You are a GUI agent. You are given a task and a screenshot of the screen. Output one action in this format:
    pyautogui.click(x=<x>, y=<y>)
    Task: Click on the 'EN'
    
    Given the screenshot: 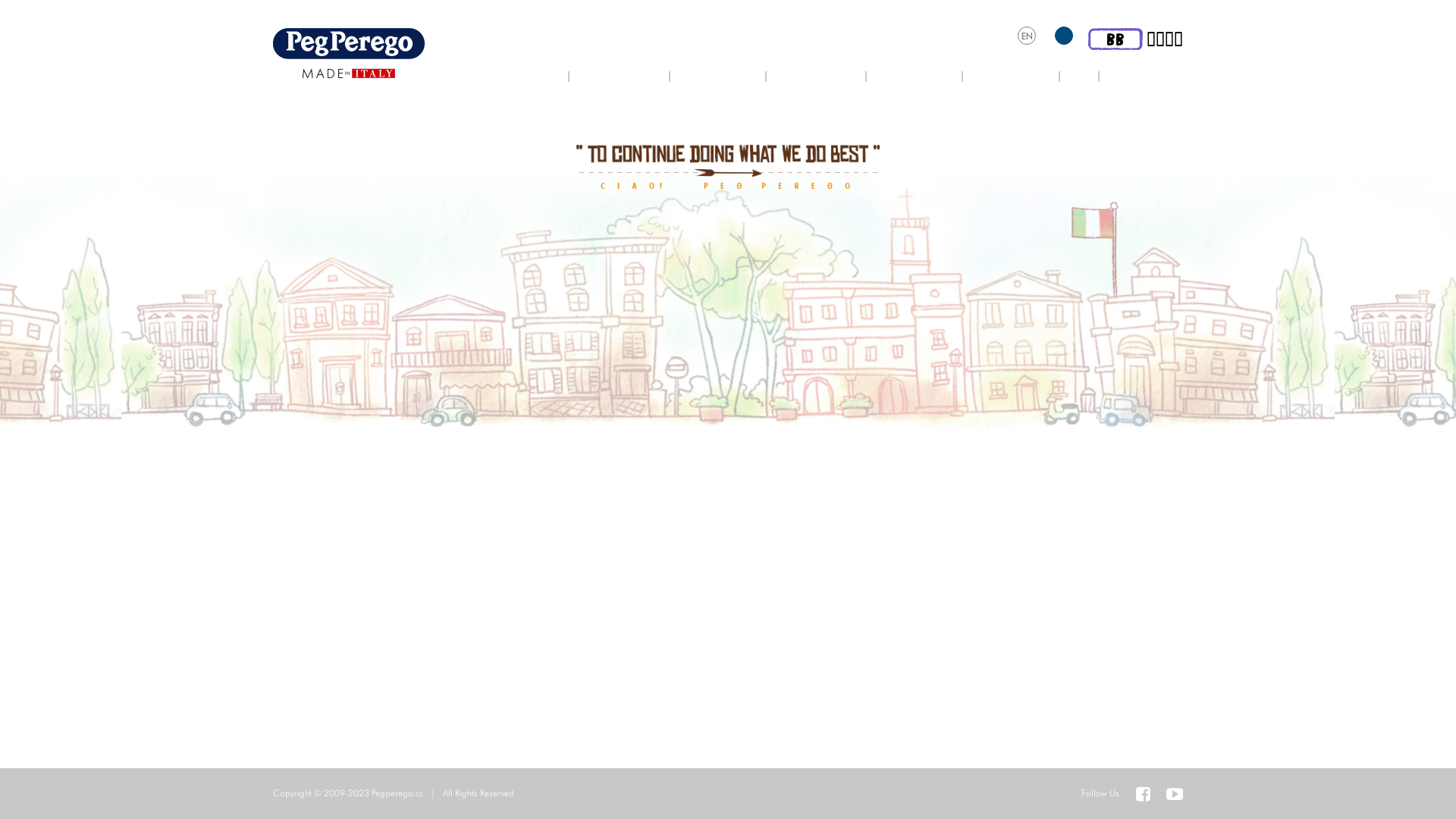 What is the action you would take?
    pyautogui.click(x=1026, y=34)
    